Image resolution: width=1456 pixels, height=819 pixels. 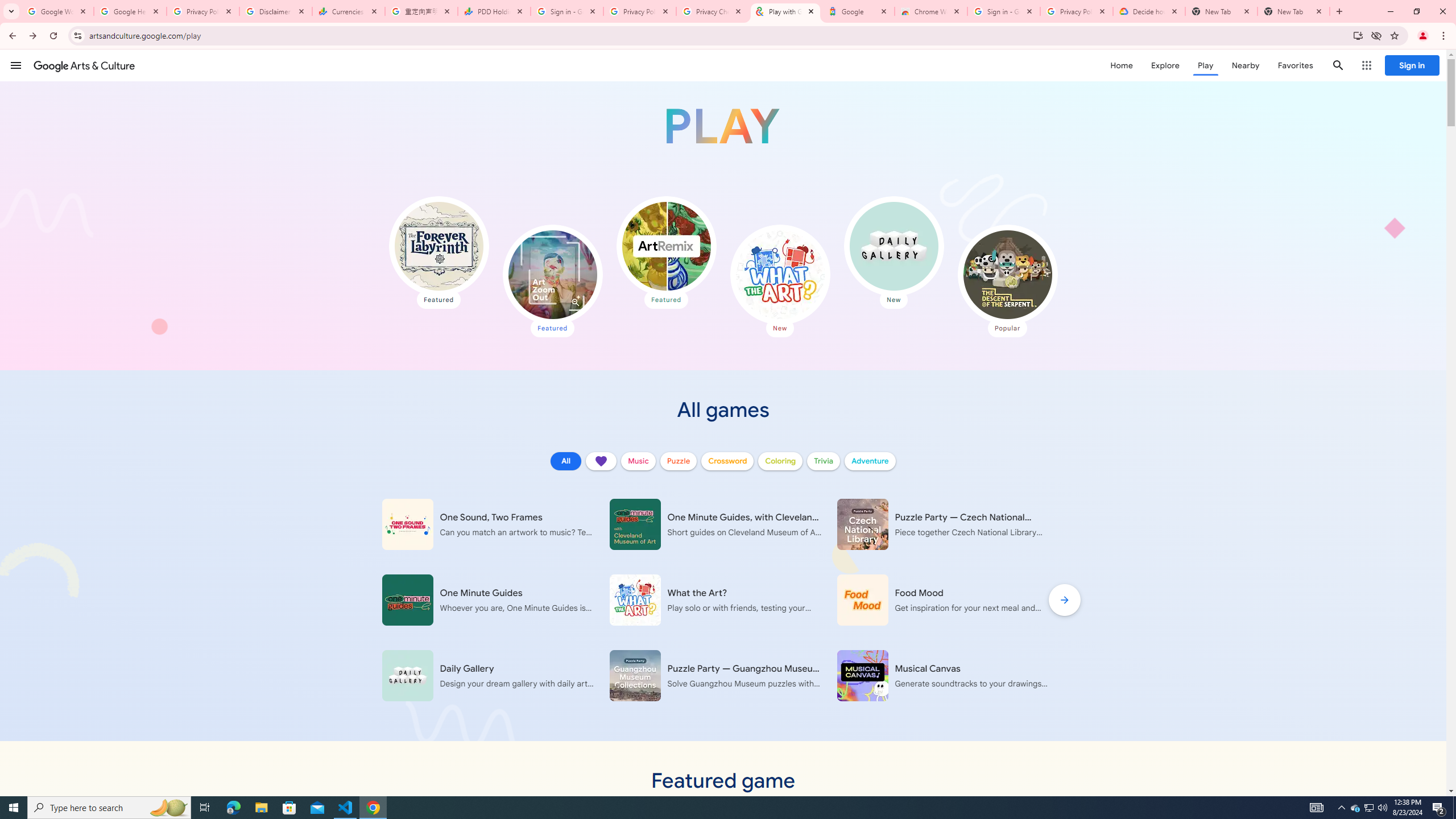 What do you see at coordinates (552, 274) in the screenshot?
I see `'Art Zoom Out'` at bounding box center [552, 274].